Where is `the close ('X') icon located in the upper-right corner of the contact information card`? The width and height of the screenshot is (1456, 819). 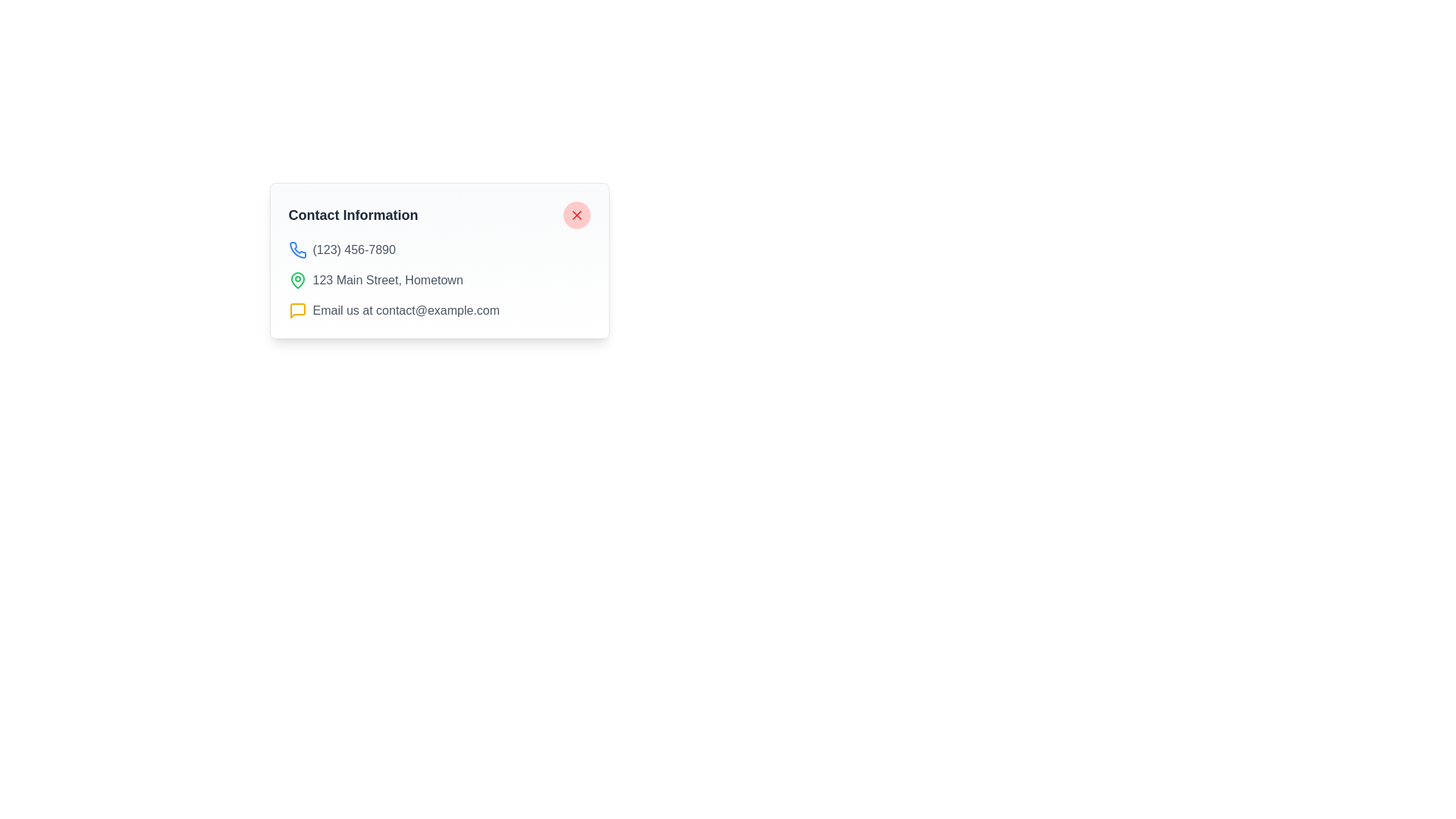 the close ('X') icon located in the upper-right corner of the contact information card is located at coordinates (576, 215).